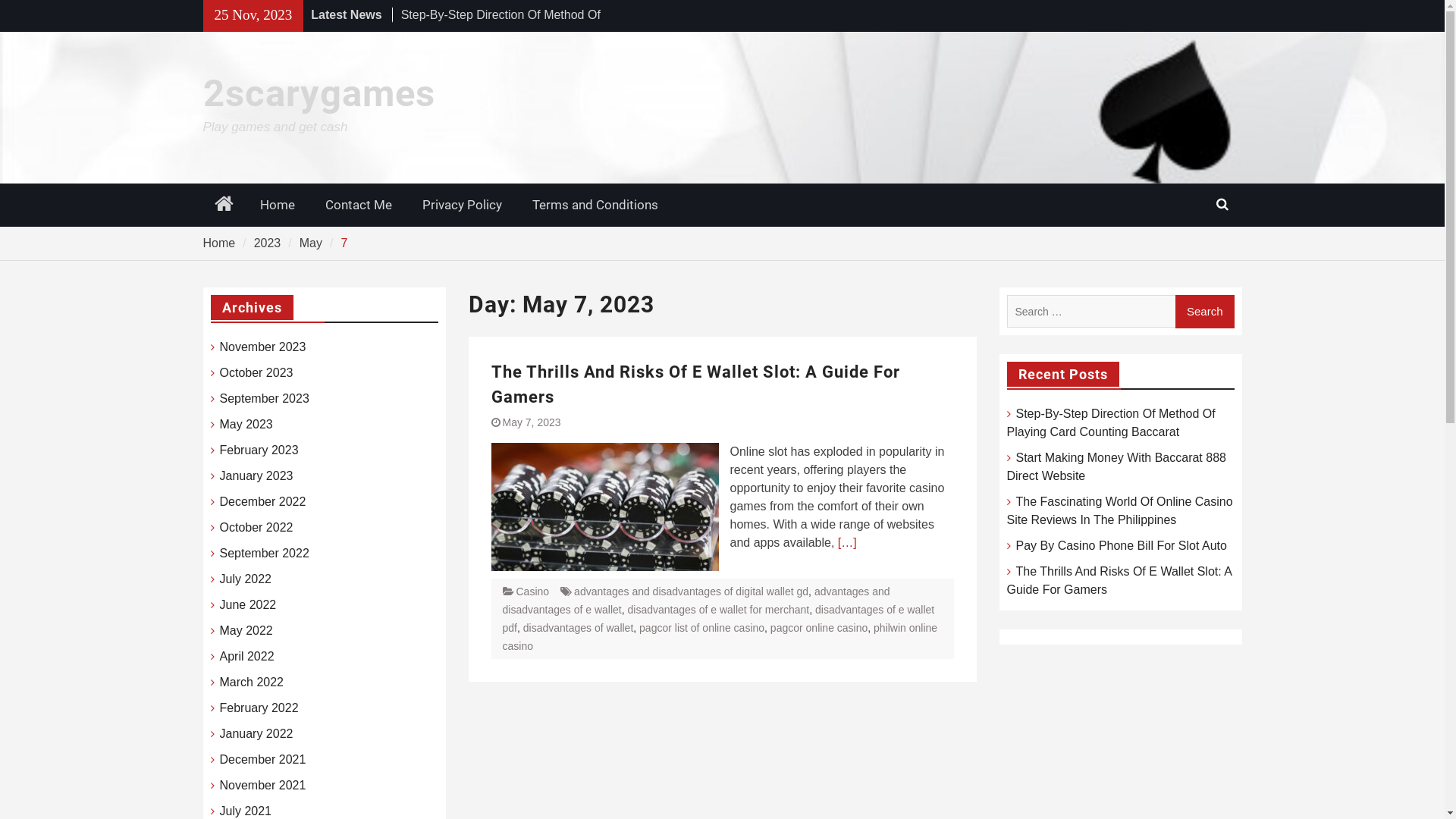  Describe the element at coordinates (268, 242) in the screenshot. I see `'2023'` at that location.